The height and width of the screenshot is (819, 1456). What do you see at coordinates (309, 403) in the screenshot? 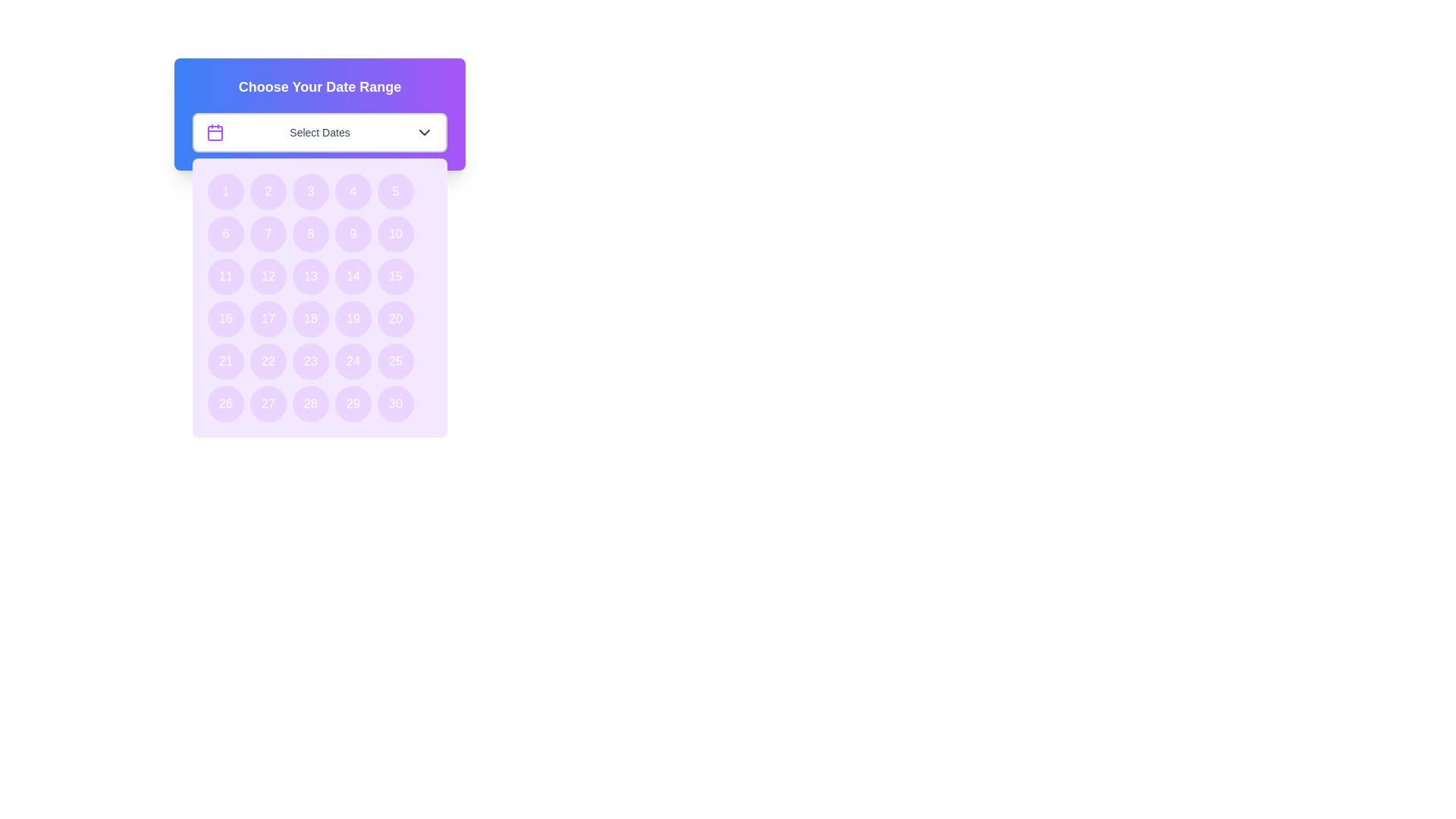
I see `the circular button with a light purple background displaying the number '28'` at bounding box center [309, 403].